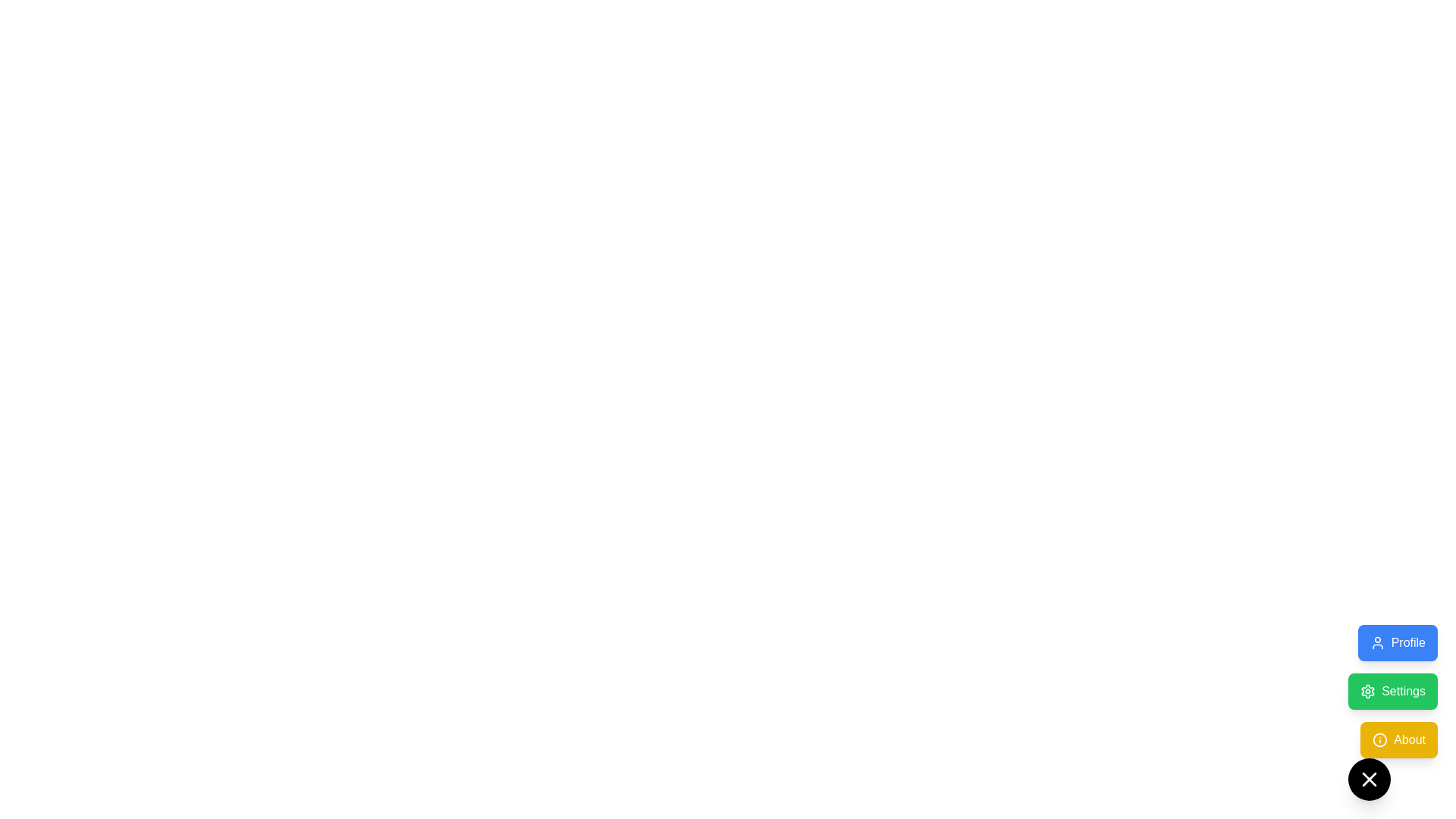 The height and width of the screenshot is (819, 1456). Describe the element at coordinates (1380, 739) in the screenshot. I see `the SVG Circle that represents the background or border of the 'About' icon located at the bottom-right quadrant of the interface, just above the black 'Close' button` at that location.